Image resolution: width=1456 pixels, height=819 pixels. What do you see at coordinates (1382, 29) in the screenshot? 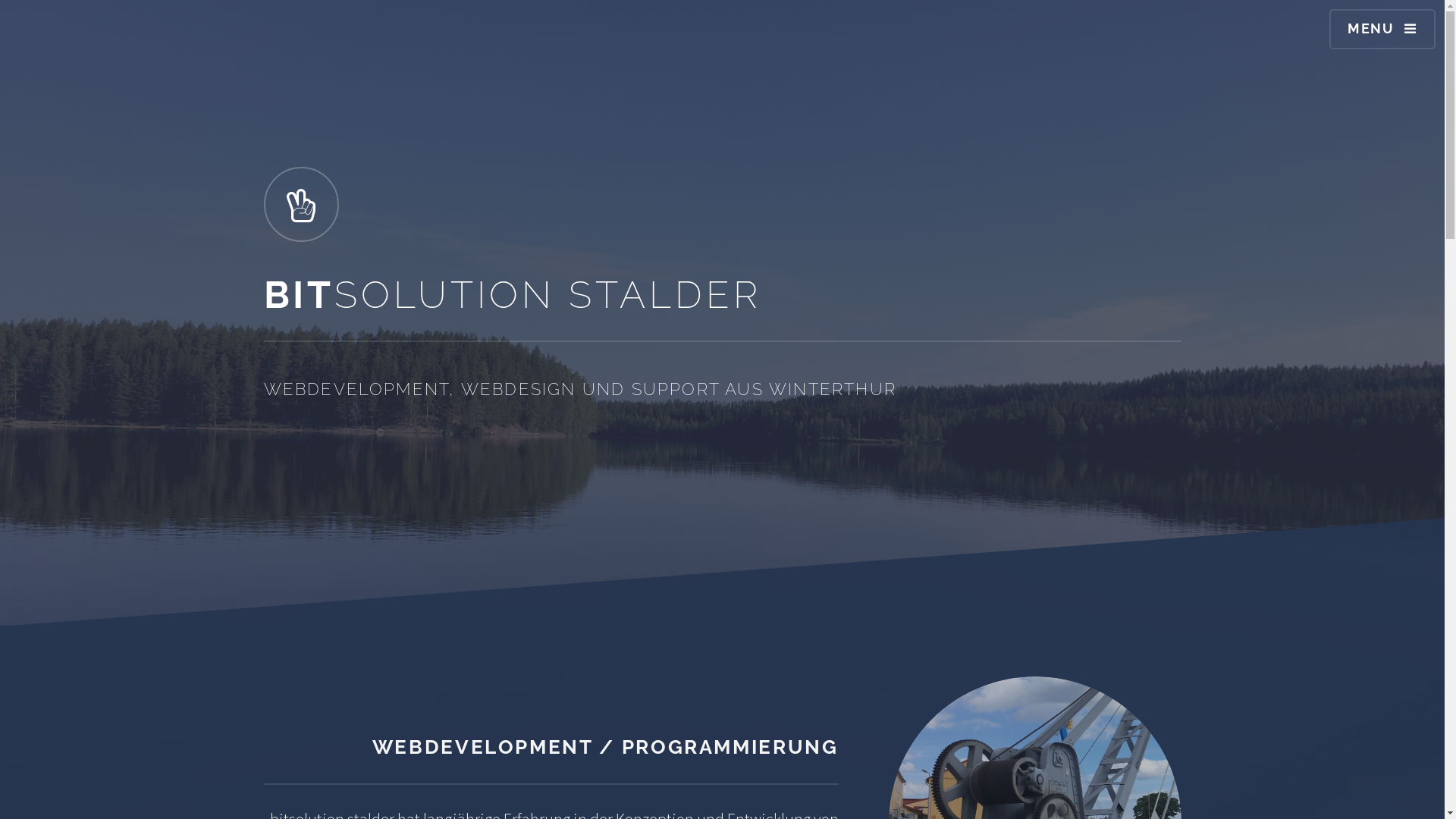
I see `'MENU'` at bounding box center [1382, 29].